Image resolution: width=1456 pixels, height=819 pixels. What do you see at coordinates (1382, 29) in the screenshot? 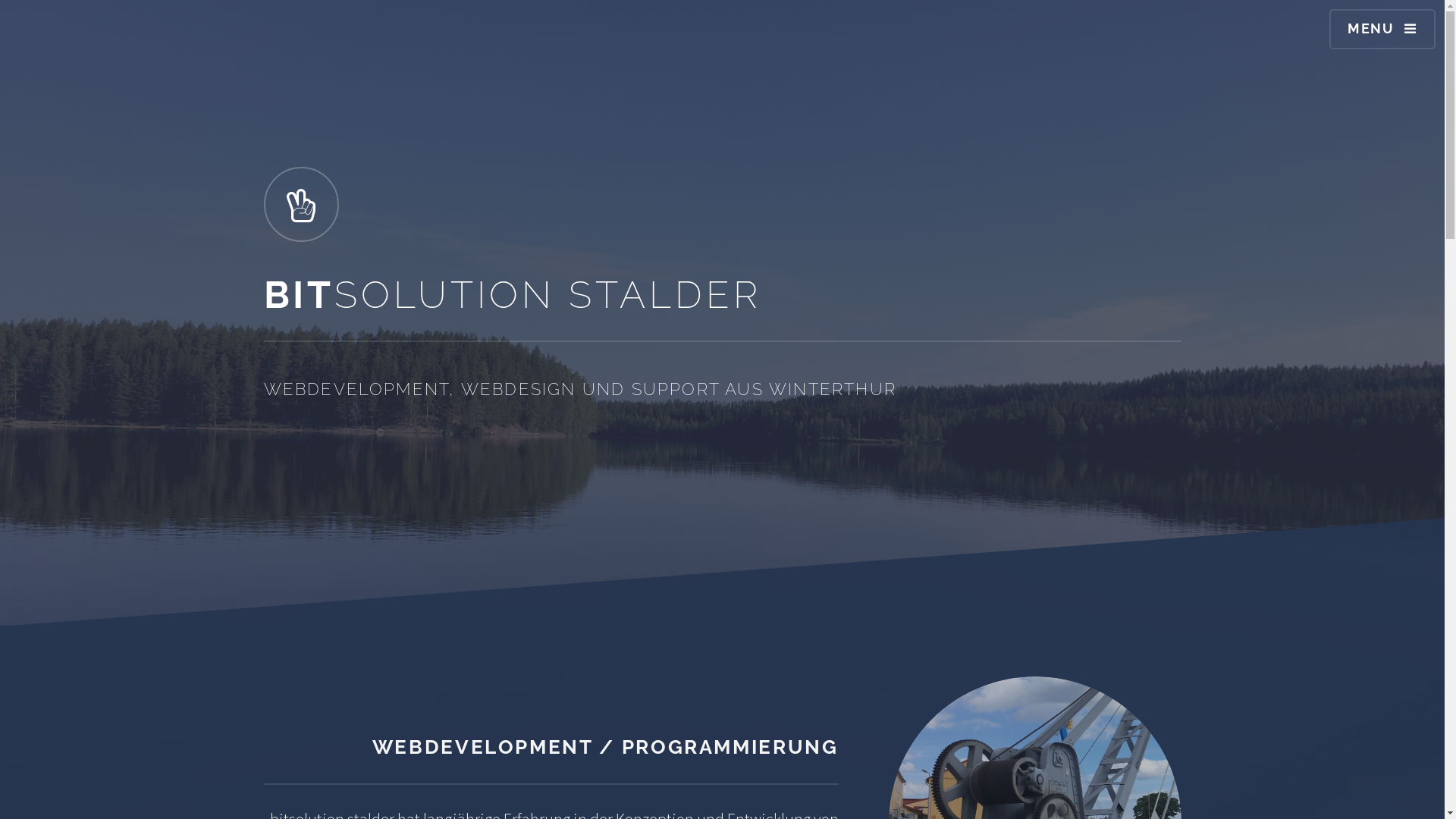
I see `'MENU'` at bounding box center [1382, 29].